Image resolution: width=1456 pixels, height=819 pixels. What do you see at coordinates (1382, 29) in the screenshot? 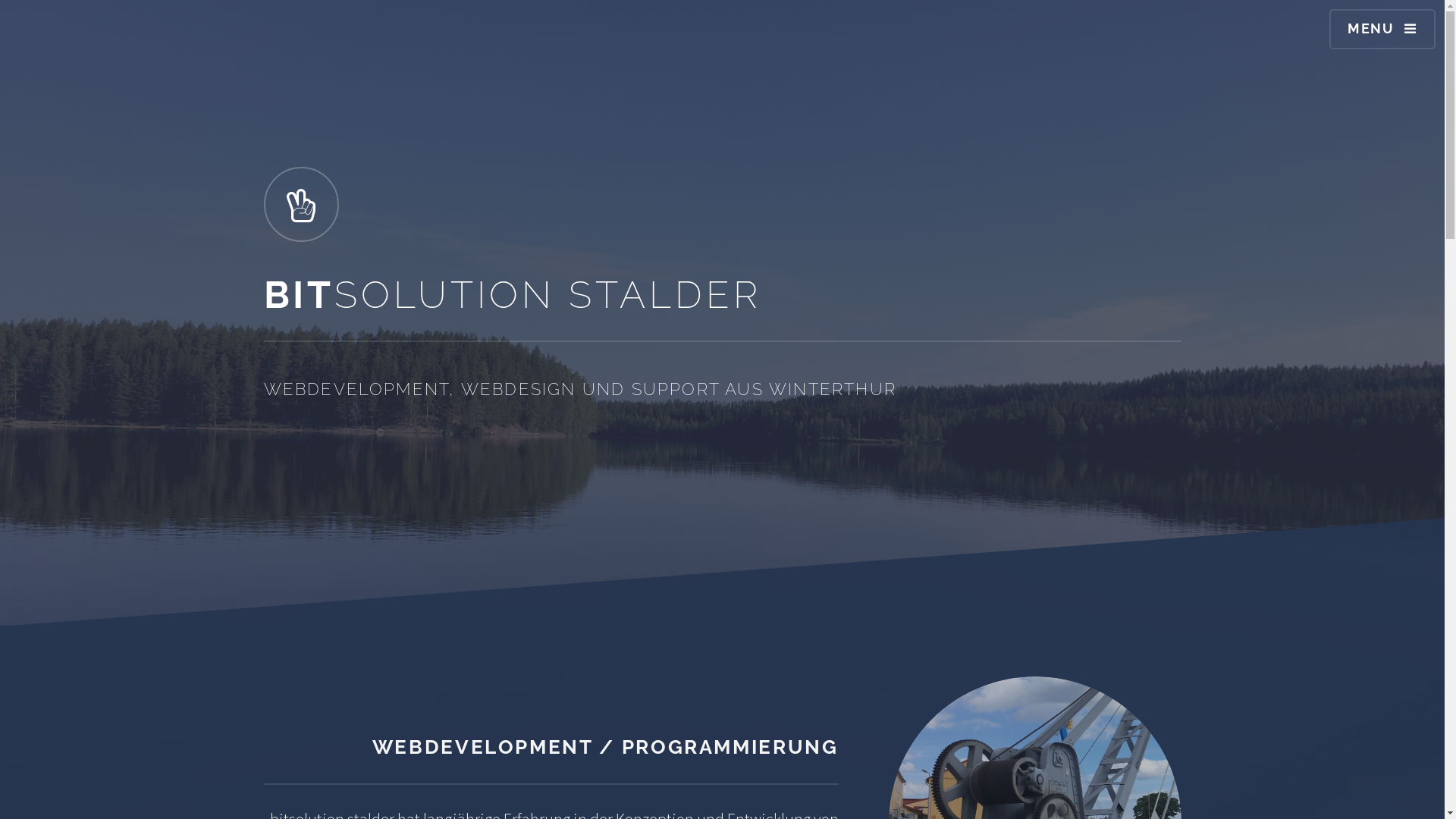
I see `'MENU'` at bounding box center [1382, 29].